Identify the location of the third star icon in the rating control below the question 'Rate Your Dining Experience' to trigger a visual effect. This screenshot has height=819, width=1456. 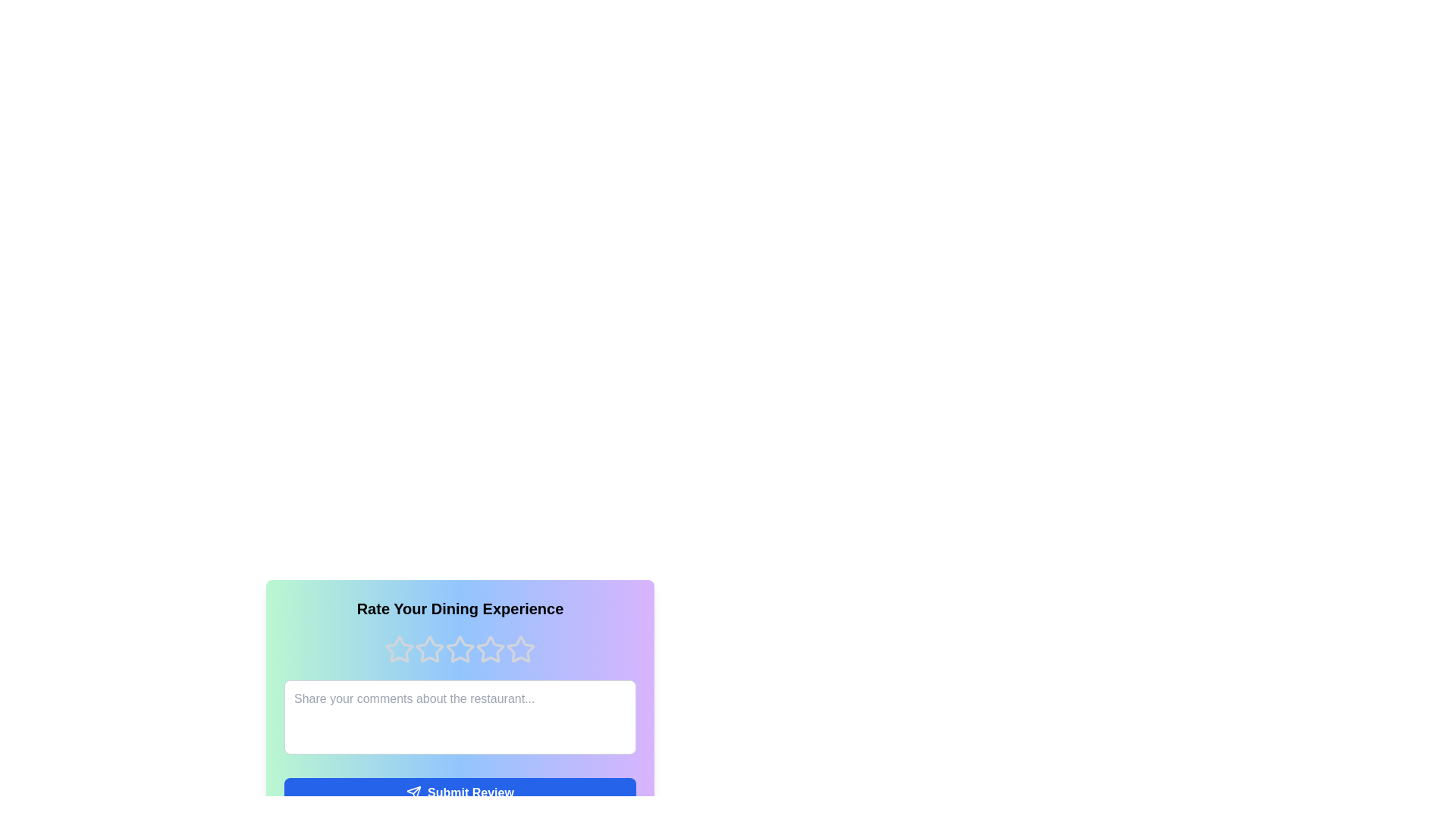
(491, 648).